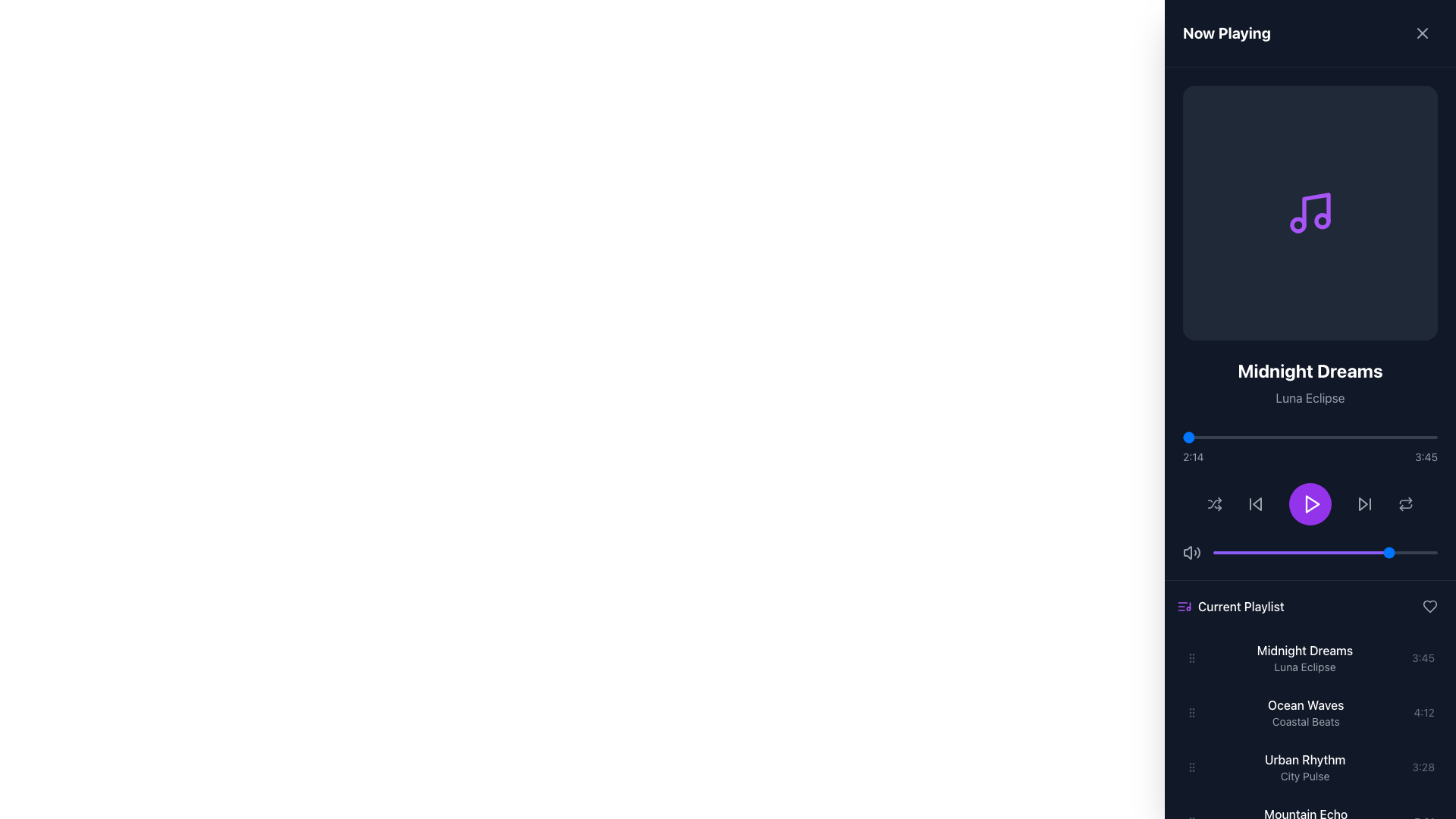 This screenshot has height=819, width=1456. What do you see at coordinates (1235, 553) in the screenshot?
I see `the slider` at bounding box center [1235, 553].